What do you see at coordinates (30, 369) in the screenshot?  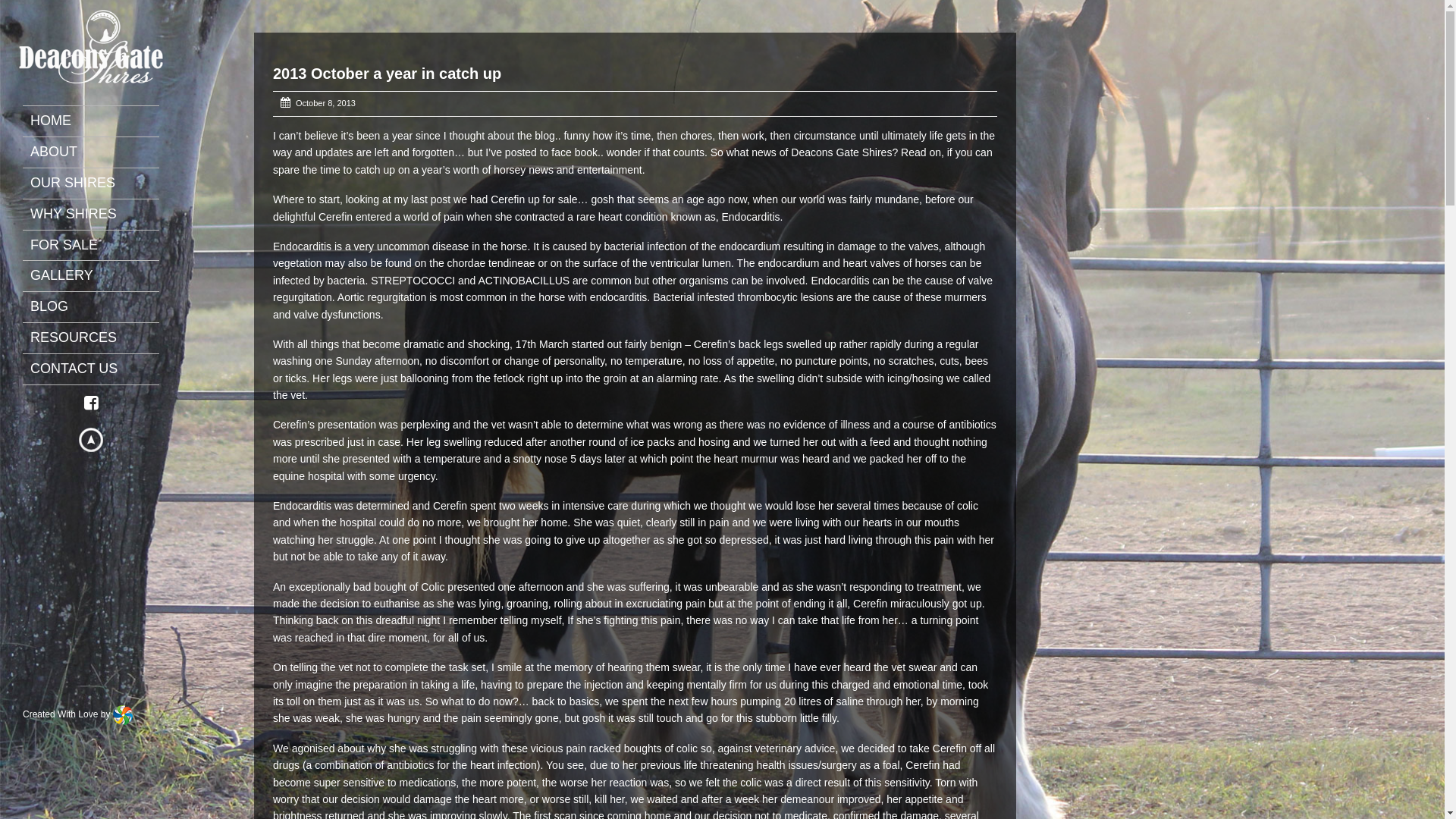 I see `'CONTACT US'` at bounding box center [30, 369].